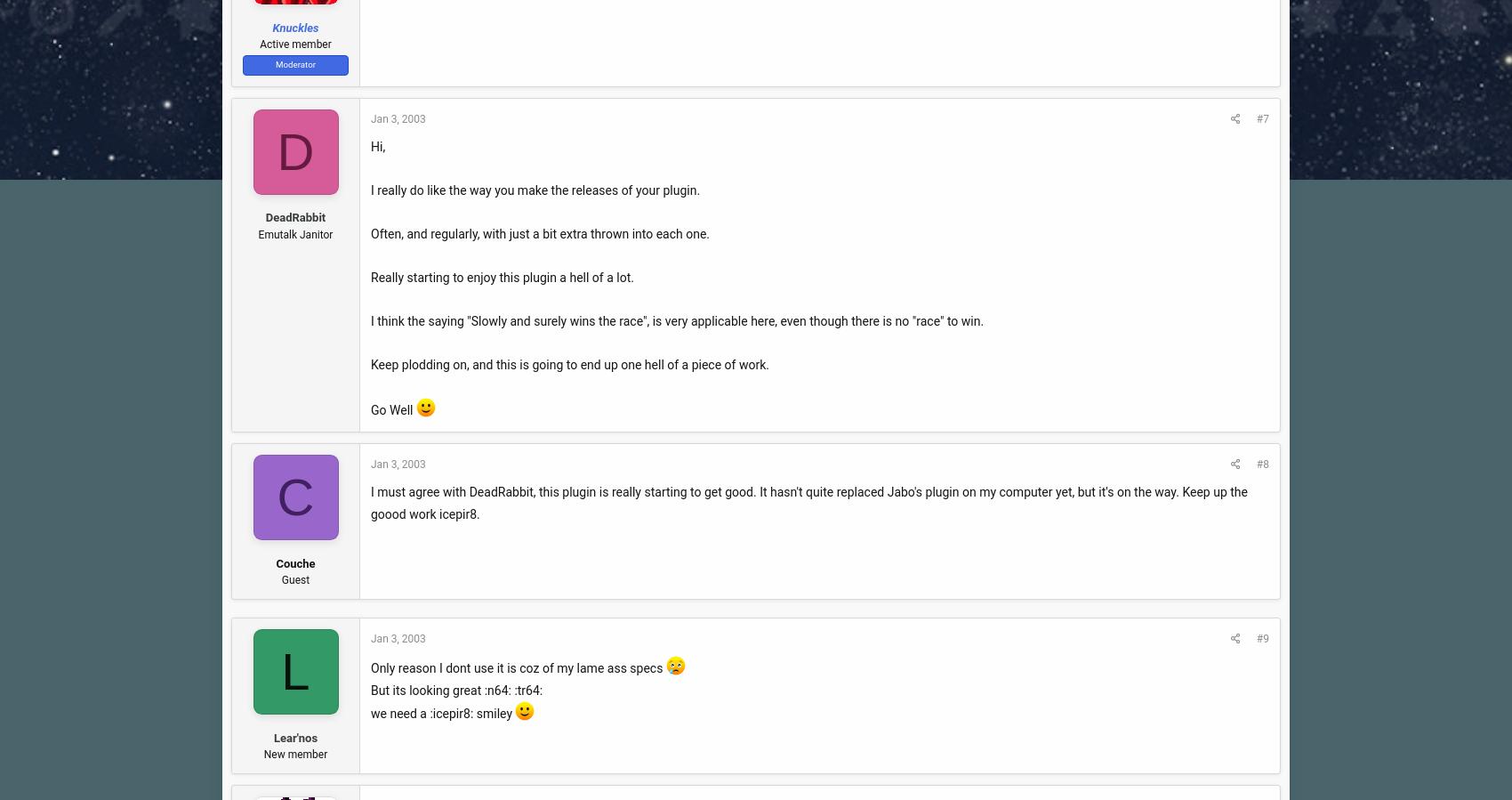 The width and height of the screenshot is (1512, 800). Describe the element at coordinates (294, 217) in the screenshot. I see `'DeadRabbit'` at that location.